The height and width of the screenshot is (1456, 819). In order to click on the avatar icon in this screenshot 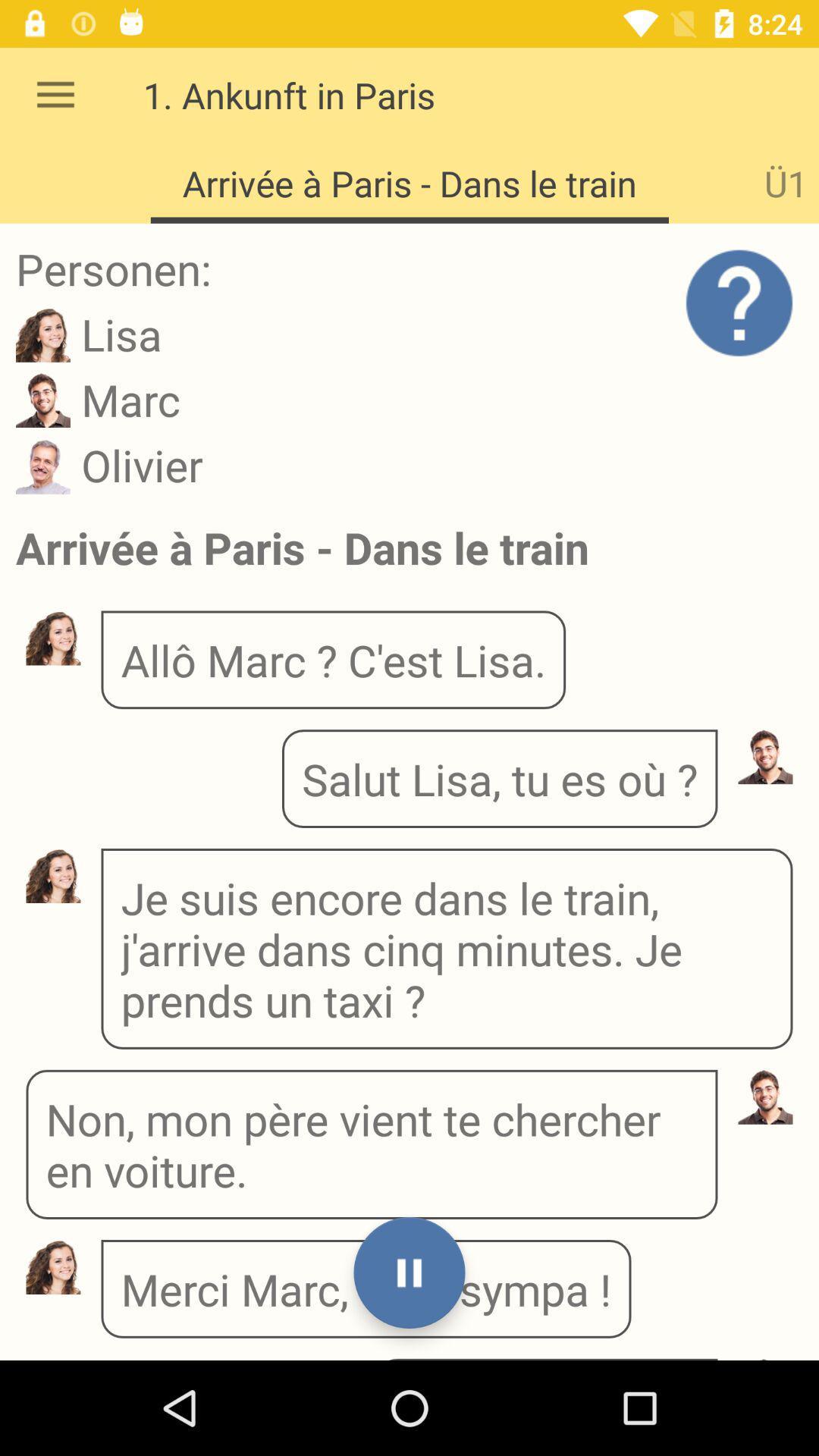, I will do `click(52, 1266)`.